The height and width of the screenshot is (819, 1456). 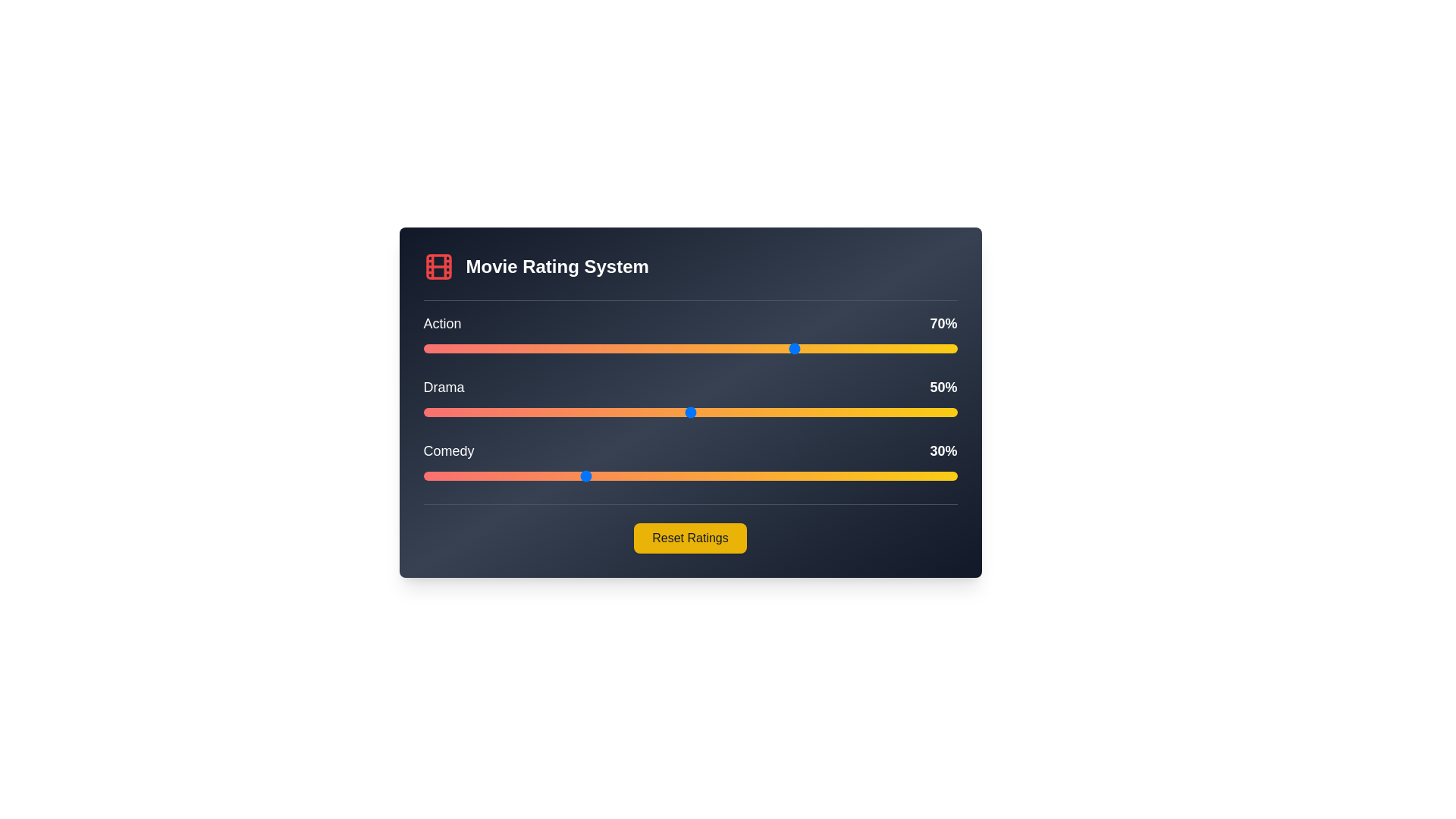 I want to click on the Drama genre rating to 46% by adjusting the slider, so click(x=668, y=412).